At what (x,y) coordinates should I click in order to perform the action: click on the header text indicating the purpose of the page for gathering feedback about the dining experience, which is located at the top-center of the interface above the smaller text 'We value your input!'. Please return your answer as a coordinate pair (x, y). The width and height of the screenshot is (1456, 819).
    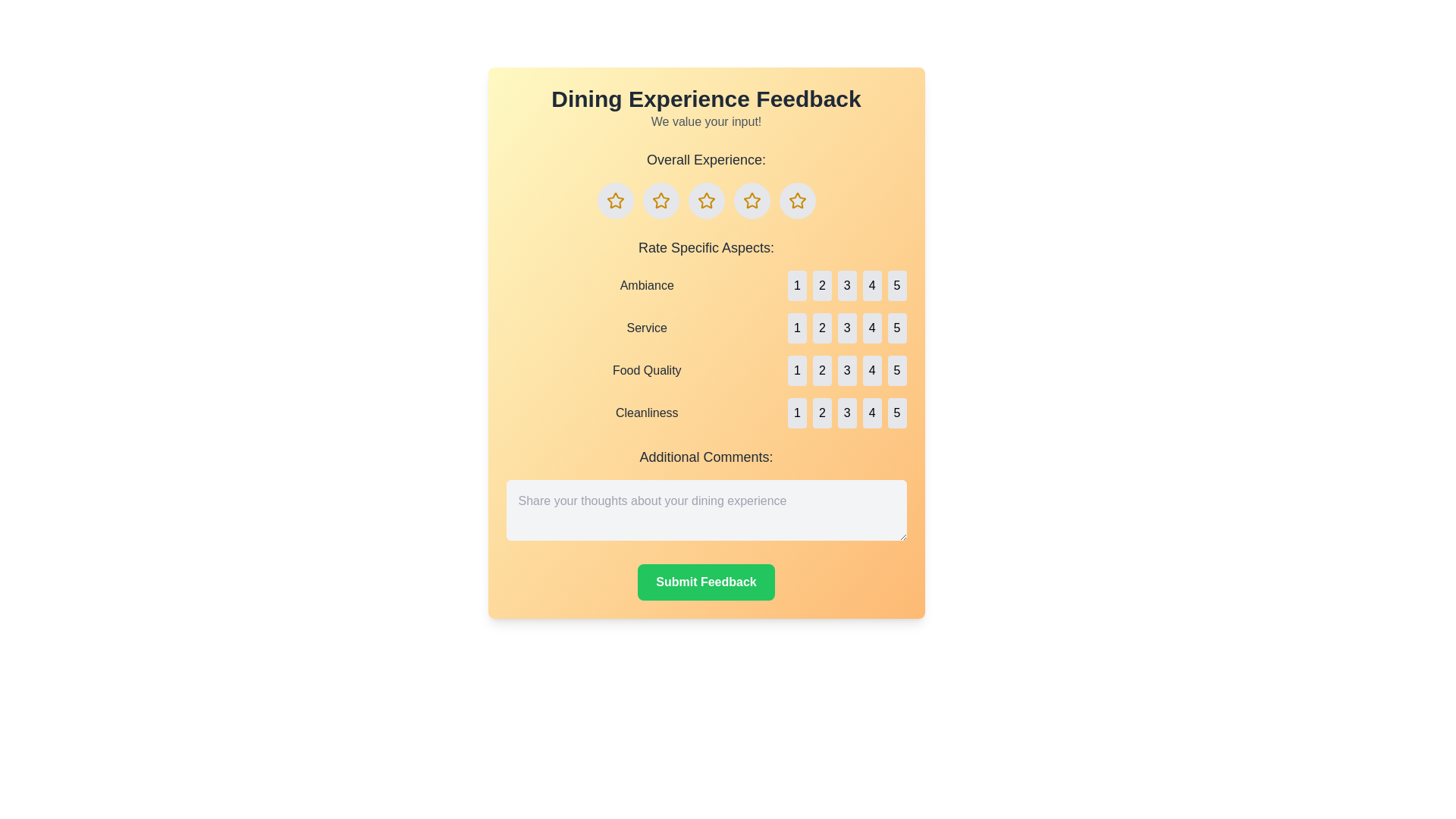
    Looking at the image, I should click on (705, 99).